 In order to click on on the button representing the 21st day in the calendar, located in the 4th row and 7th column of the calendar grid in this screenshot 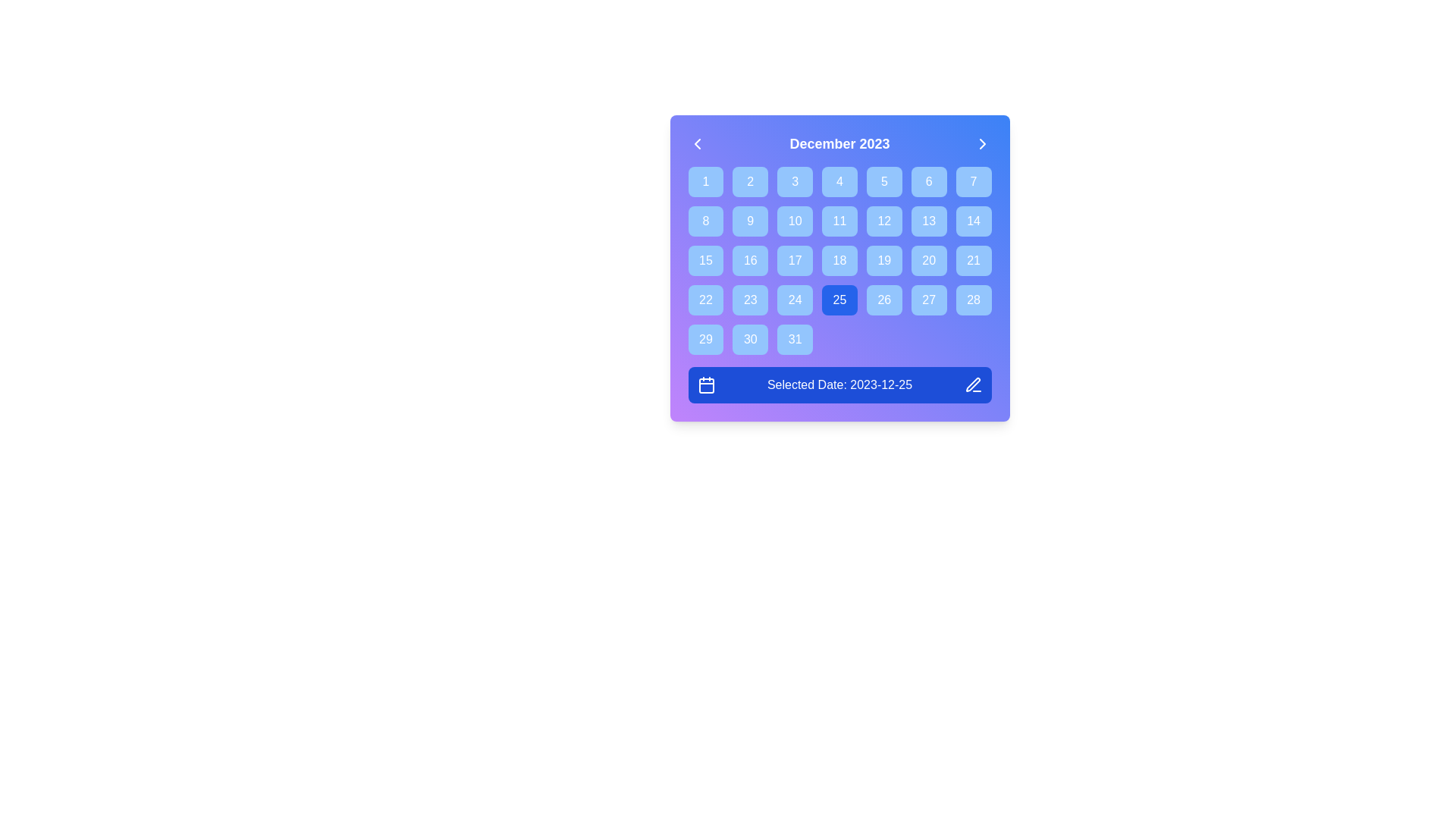, I will do `click(974, 259)`.